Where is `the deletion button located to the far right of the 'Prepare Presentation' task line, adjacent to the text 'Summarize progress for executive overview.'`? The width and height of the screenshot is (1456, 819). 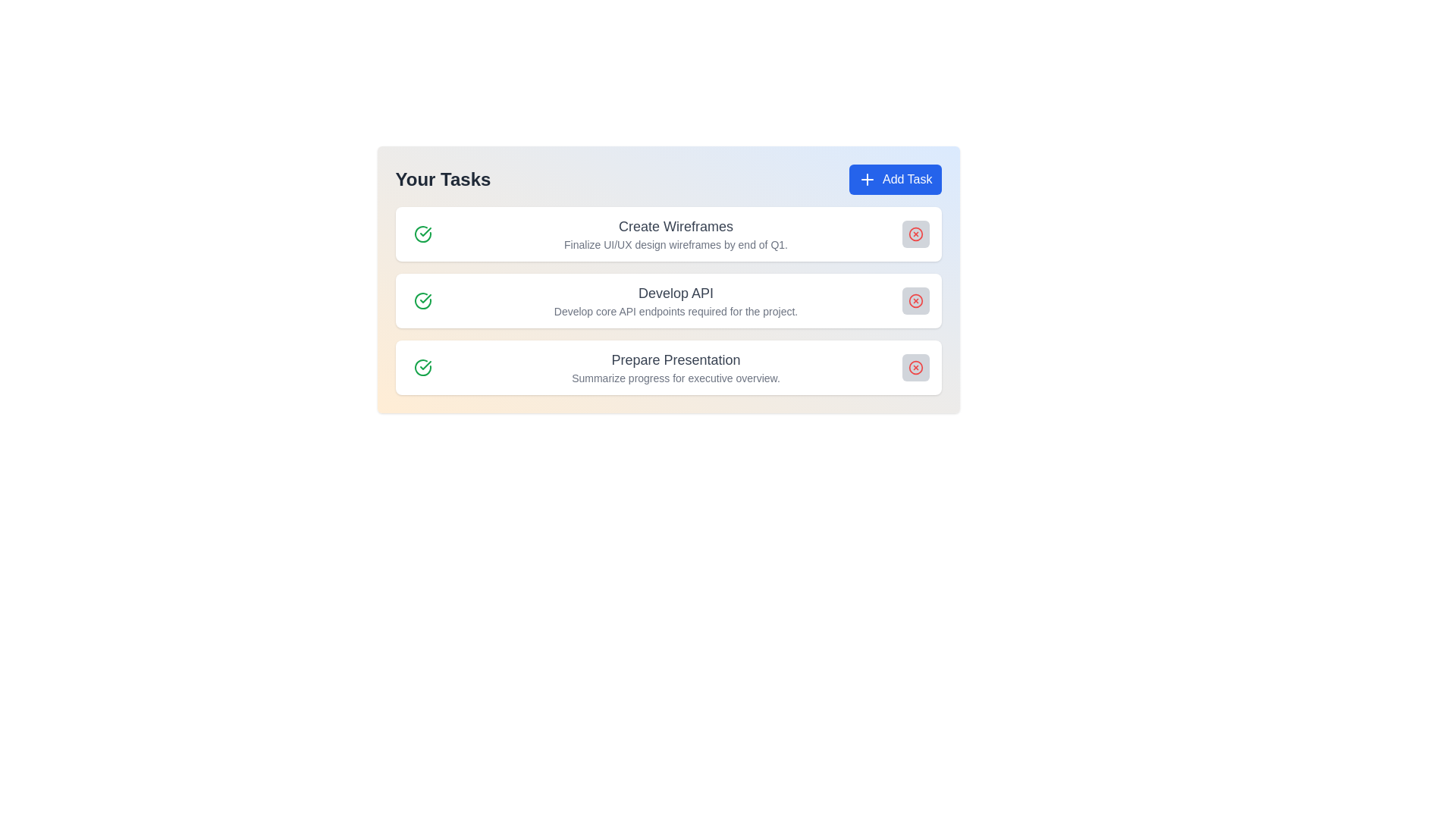 the deletion button located to the far right of the 'Prepare Presentation' task line, adjacent to the text 'Summarize progress for executive overview.' is located at coordinates (915, 368).